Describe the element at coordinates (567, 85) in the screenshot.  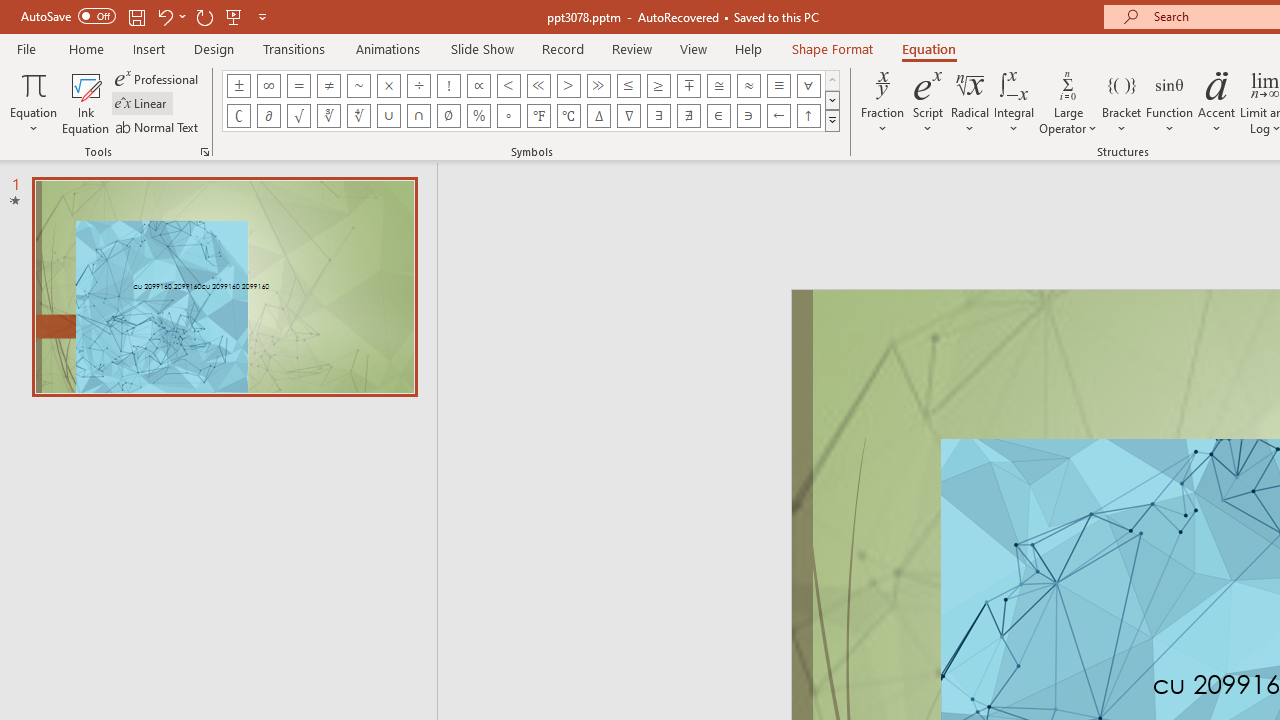
I see `'Equation Symbol Greater Than'` at that location.